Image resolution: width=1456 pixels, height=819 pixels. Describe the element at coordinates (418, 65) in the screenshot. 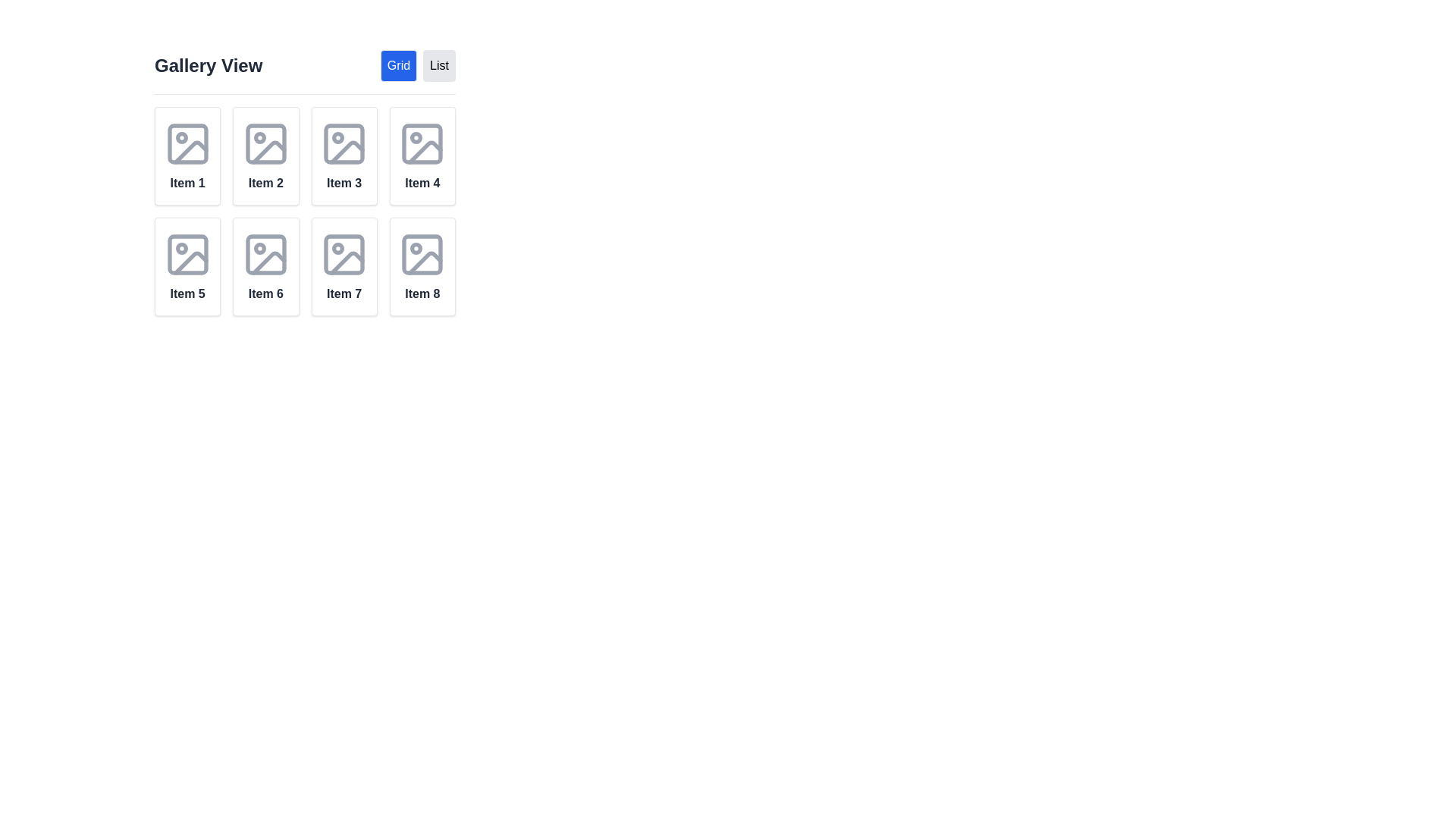

I see `the toggle control combining the 'Grid' and 'List' buttons located in the top-right portion of the interface, to the right of the text 'Gallery View'` at that location.